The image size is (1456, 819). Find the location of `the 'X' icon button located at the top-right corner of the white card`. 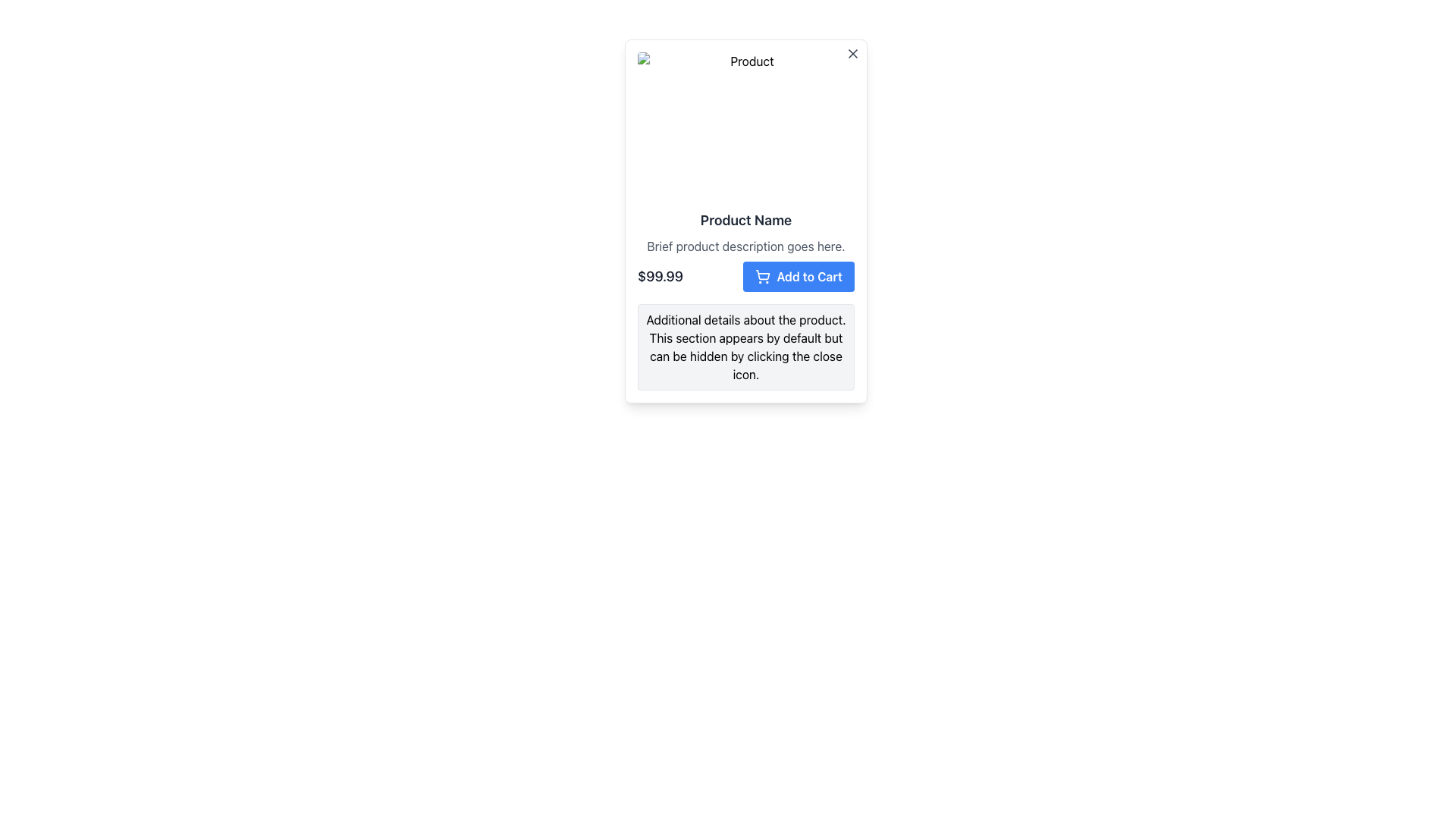

the 'X' icon button located at the top-right corner of the white card is located at coordinates (852, 52).